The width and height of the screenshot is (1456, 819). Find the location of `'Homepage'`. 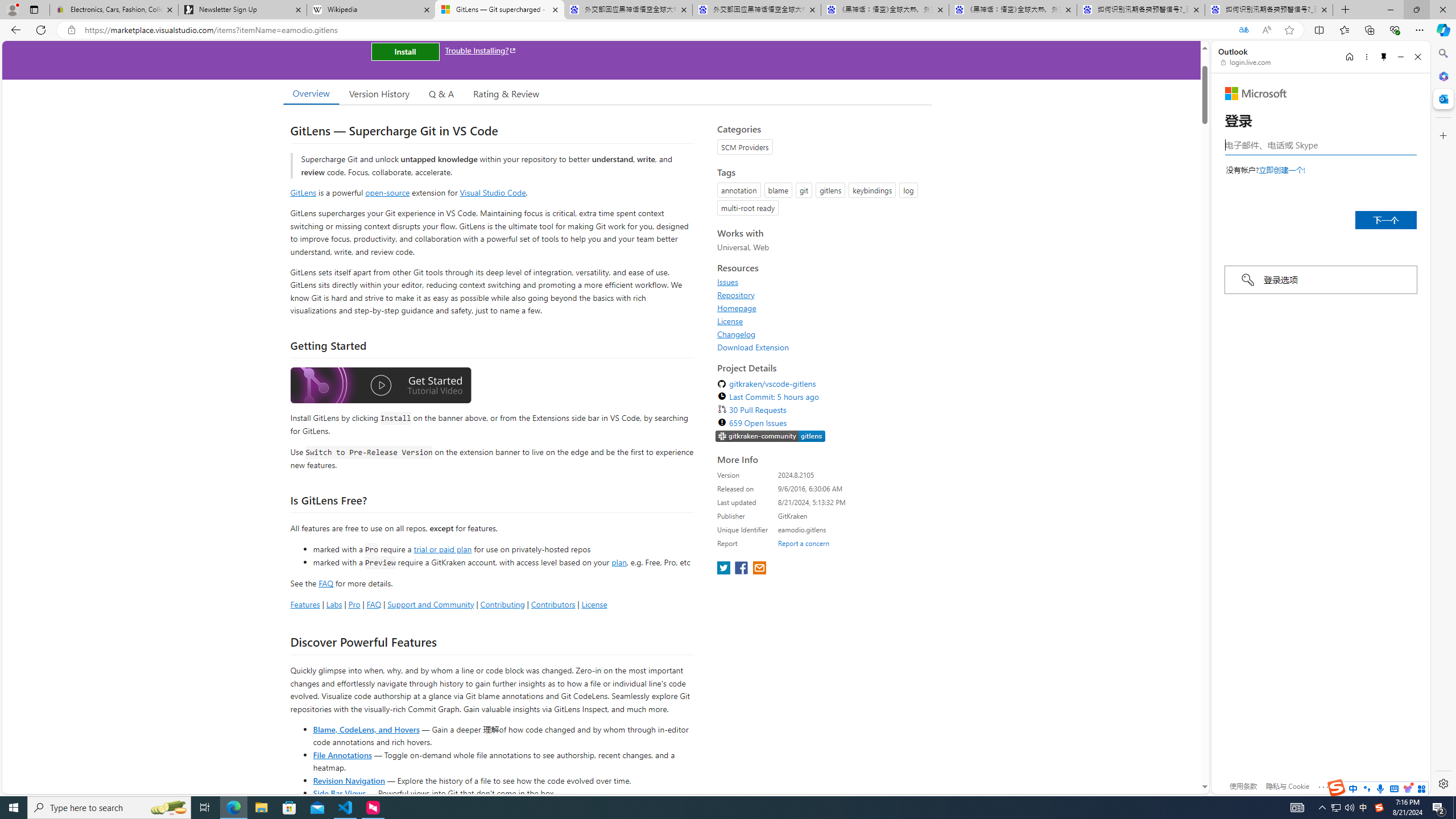

'Homepage' is located at coordinates (737, 307).